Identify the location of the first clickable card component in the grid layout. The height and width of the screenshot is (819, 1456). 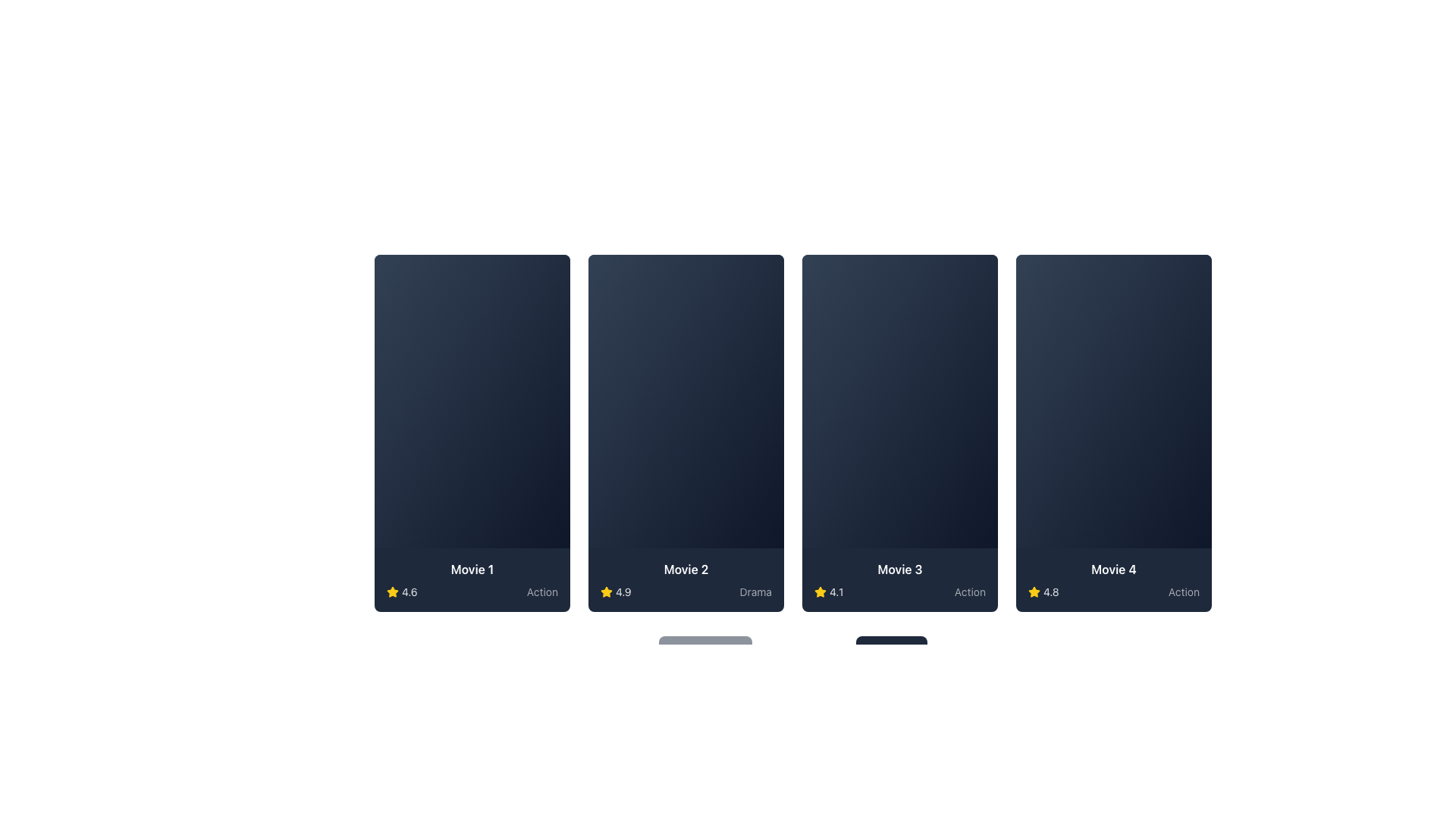
(472, 433).